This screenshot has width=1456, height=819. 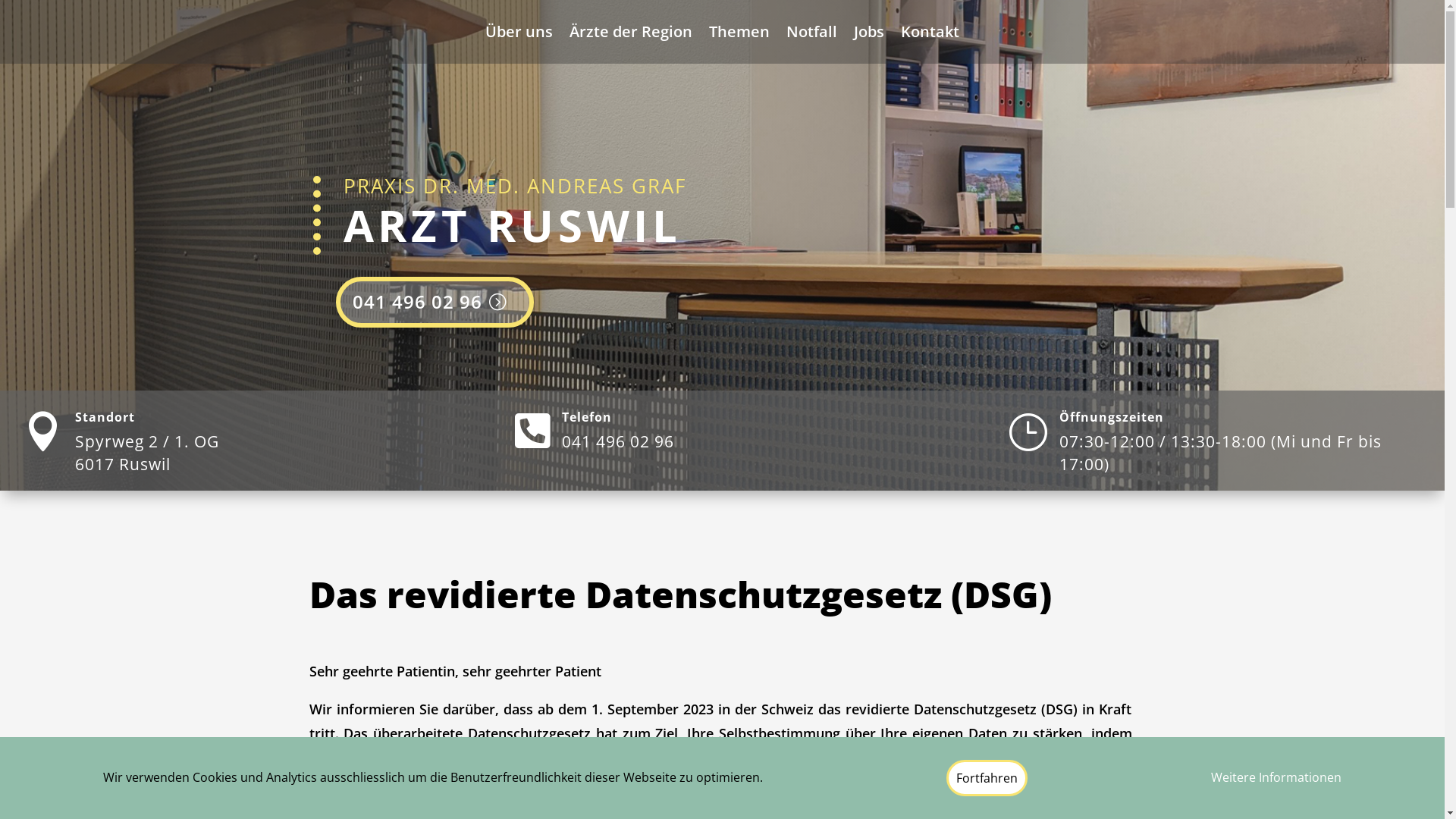 What do you see at coordinates (1276, 778) in the screenshot?
I see `'Weitere Informationen'` at bounding box center [1276, 778].